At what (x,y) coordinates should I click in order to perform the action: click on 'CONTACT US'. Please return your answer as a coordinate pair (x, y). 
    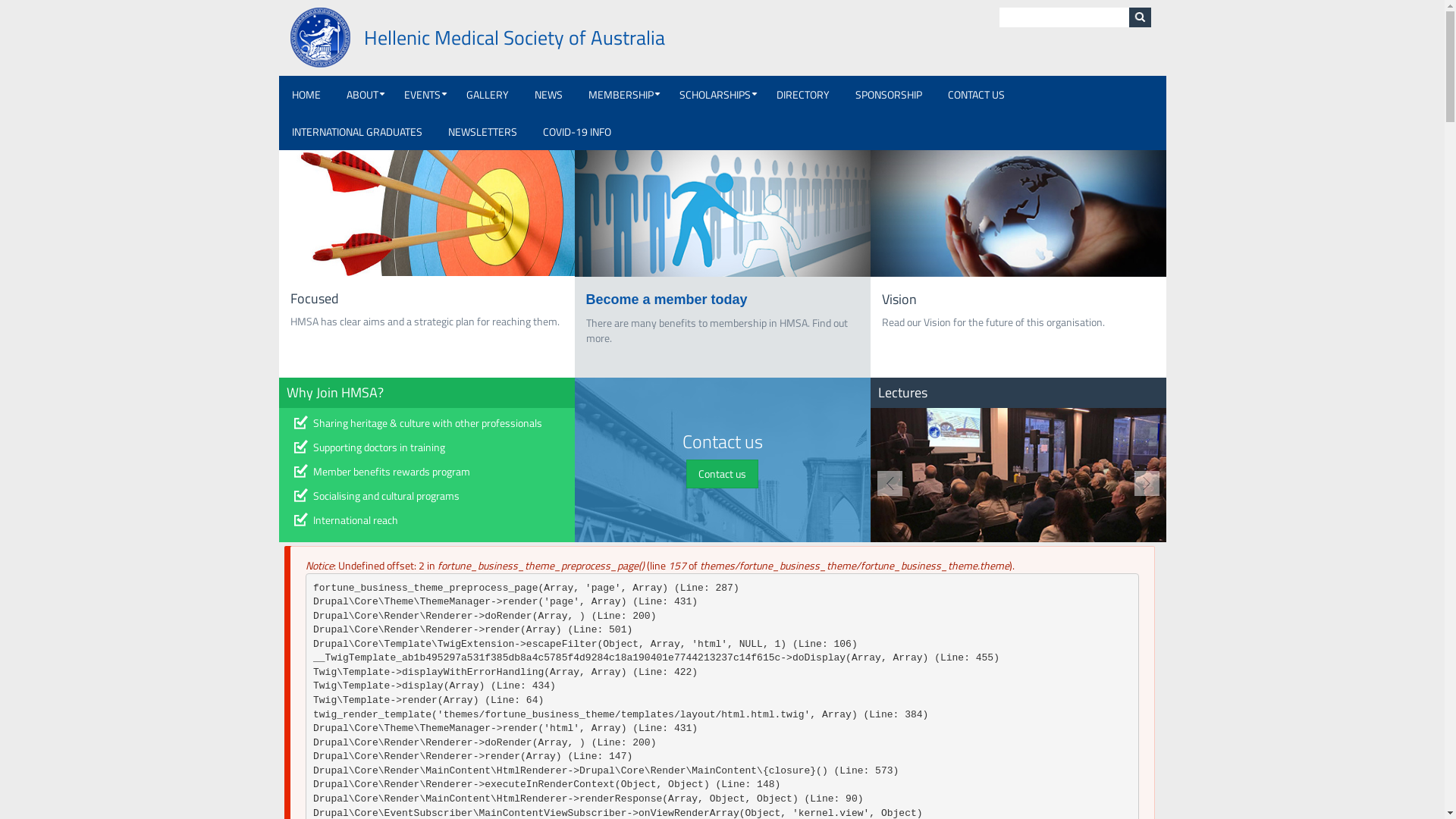
    Looking at the image, I should click on (975, 94).